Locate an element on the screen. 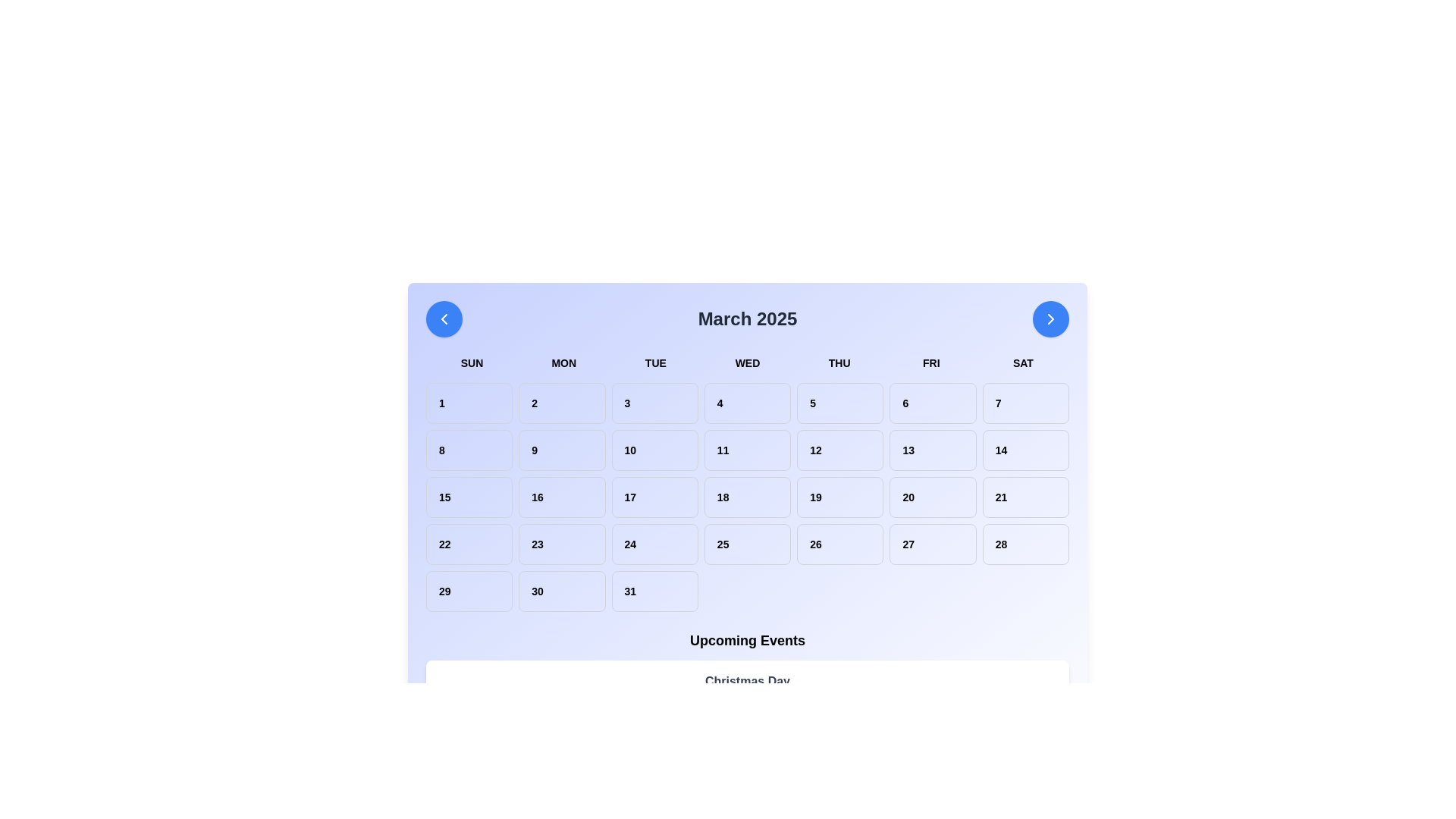 The width and height of the screenshot is (1456, 819). styling of the text label indicating the date, specifically the number for Wednesday, March 25th, 2025, located in the calendar interface is located at coordinates (747, 543).